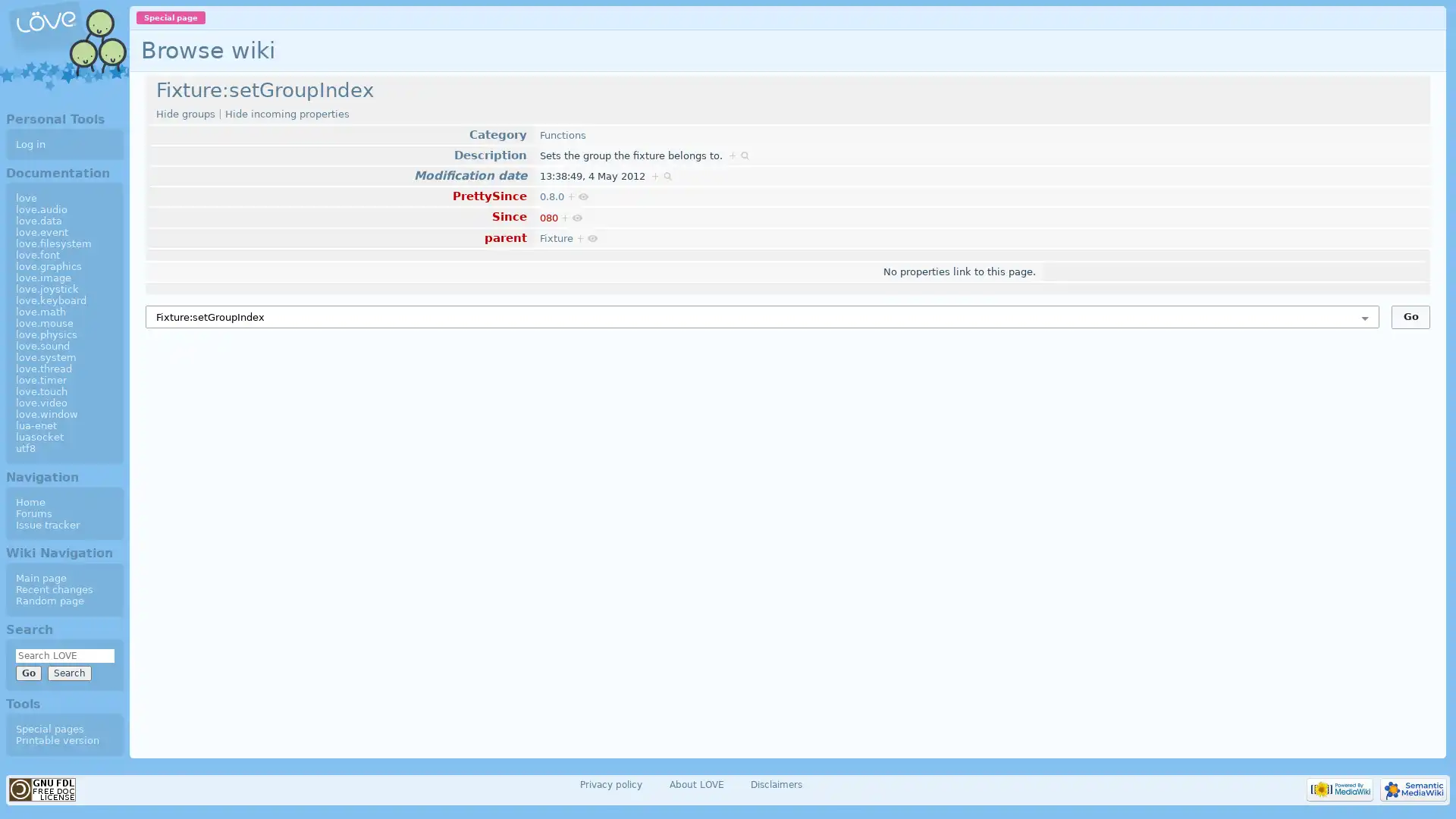  I want to click on Search, so click(68, 672).